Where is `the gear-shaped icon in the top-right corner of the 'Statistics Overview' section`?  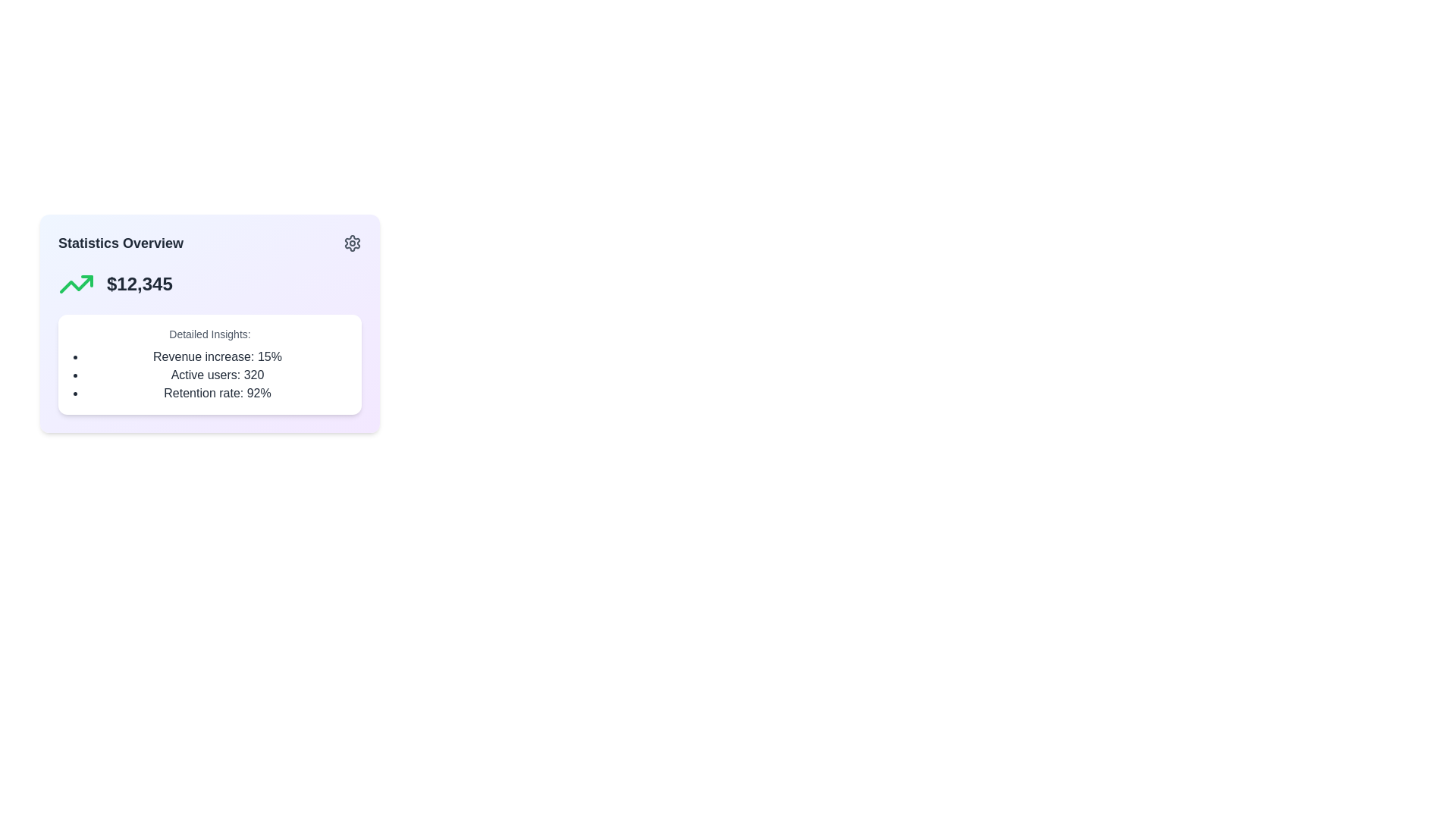 the gear-shaped icon in the top-right corner of the 'Statistics Overview' section is located at coordinates (352, 242).